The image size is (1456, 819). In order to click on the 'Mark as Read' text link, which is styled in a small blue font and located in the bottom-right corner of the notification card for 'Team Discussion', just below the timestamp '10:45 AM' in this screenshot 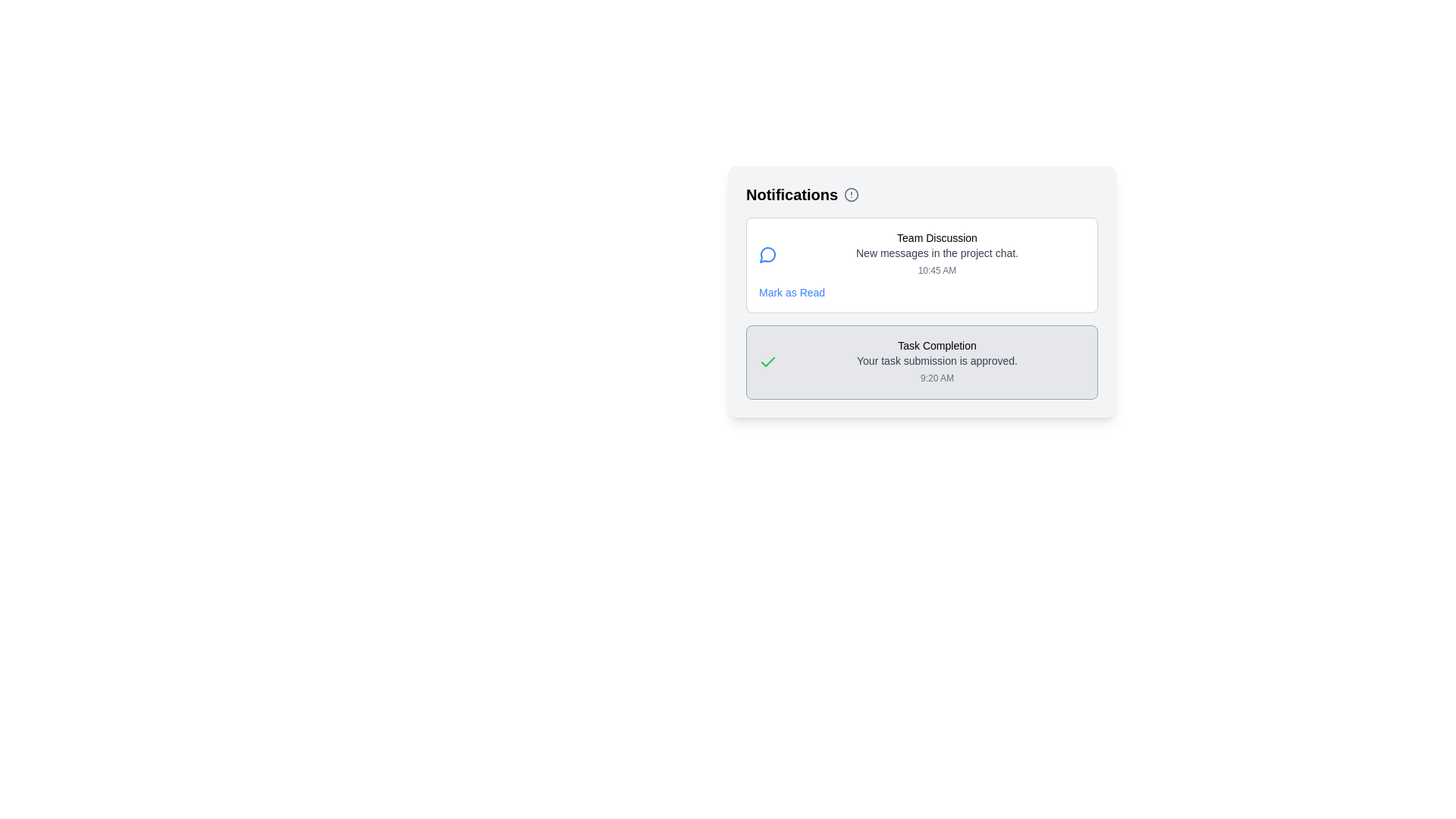, I will do `click(791, 292)`.